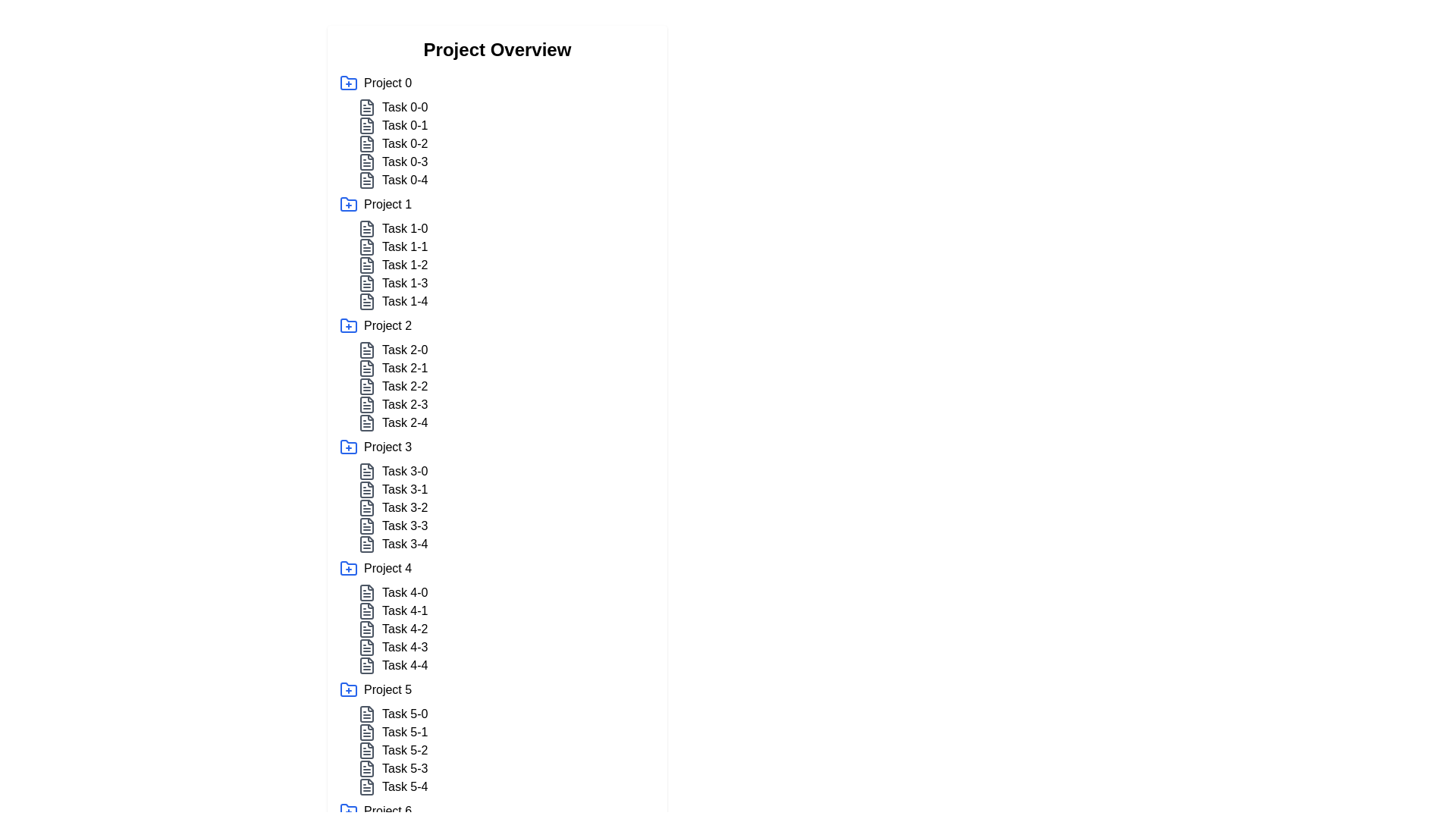 The image size is (1456, 819). Describe the element at coordinates (367, 489) in the screenshot. I see `the document icon, which is styled as a gray SVG rectangle with a folded top-right corner, located under the heading 'Project 3' next to 'Task 3-1'` at that location.